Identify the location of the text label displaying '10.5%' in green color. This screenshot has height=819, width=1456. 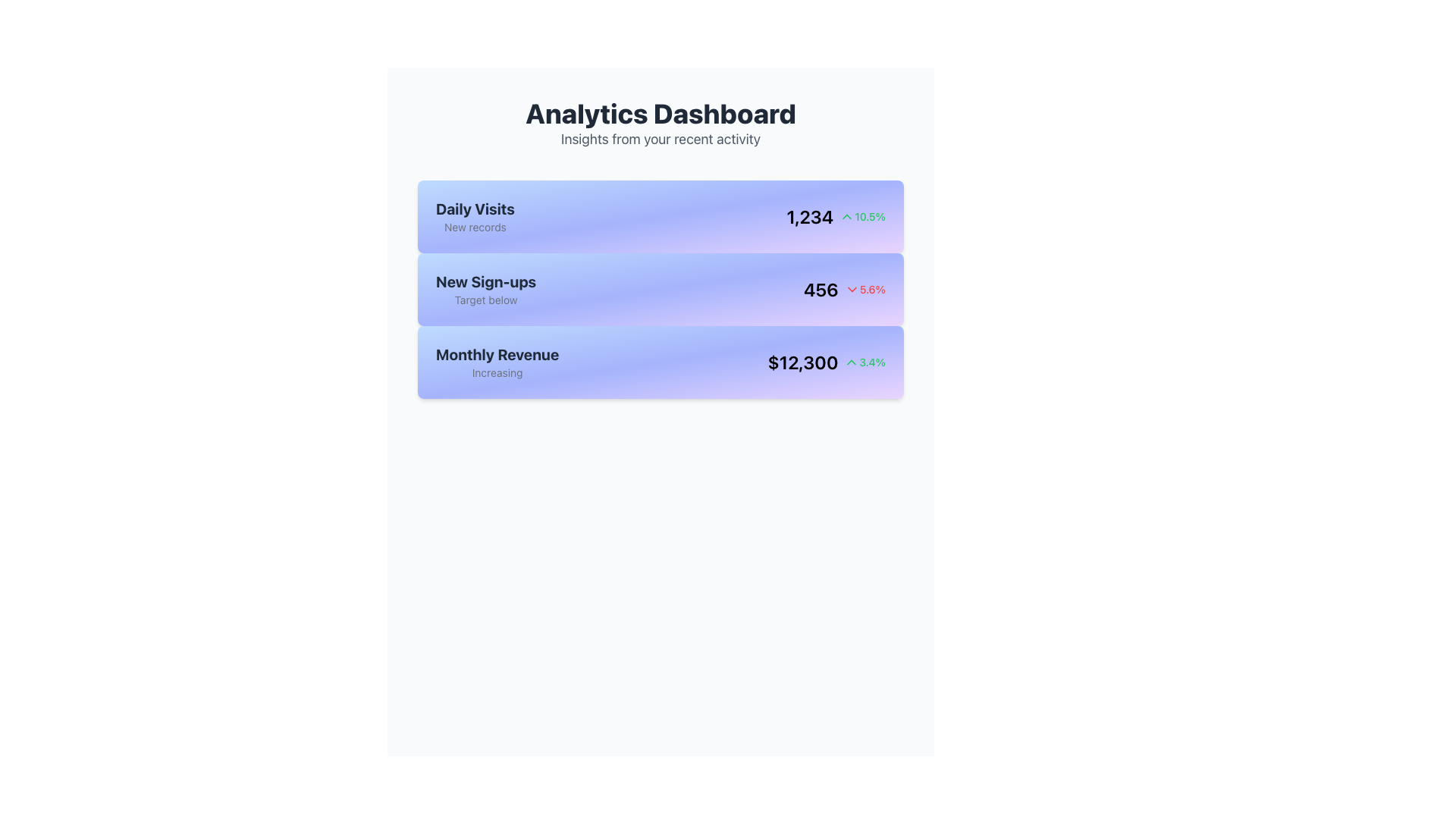
(870, 216).